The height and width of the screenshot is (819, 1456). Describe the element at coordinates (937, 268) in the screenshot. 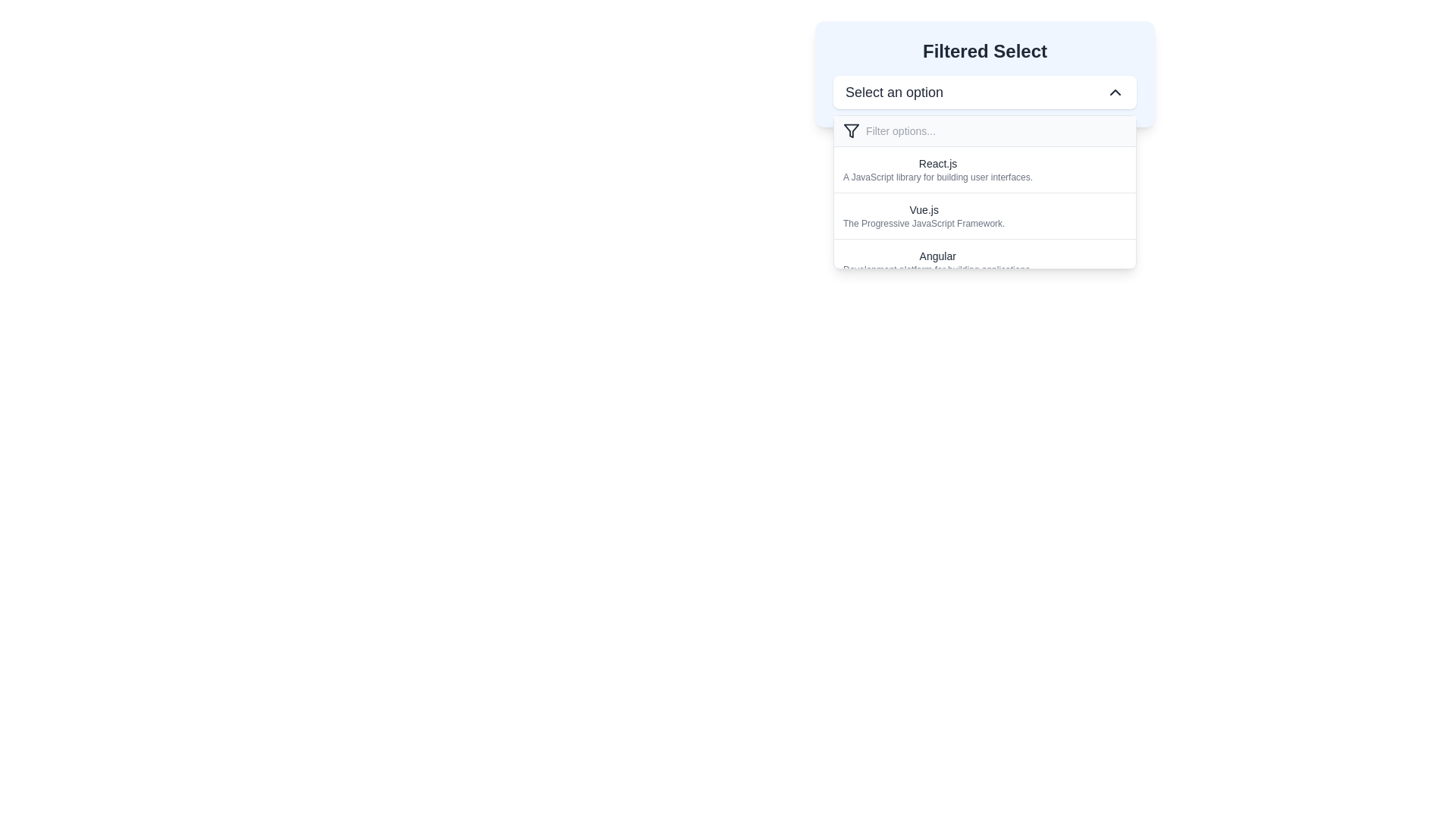

I see `static text that provides a description for the 'Angular' item in the dropdown menu, positioned directly underneath it` at that location.